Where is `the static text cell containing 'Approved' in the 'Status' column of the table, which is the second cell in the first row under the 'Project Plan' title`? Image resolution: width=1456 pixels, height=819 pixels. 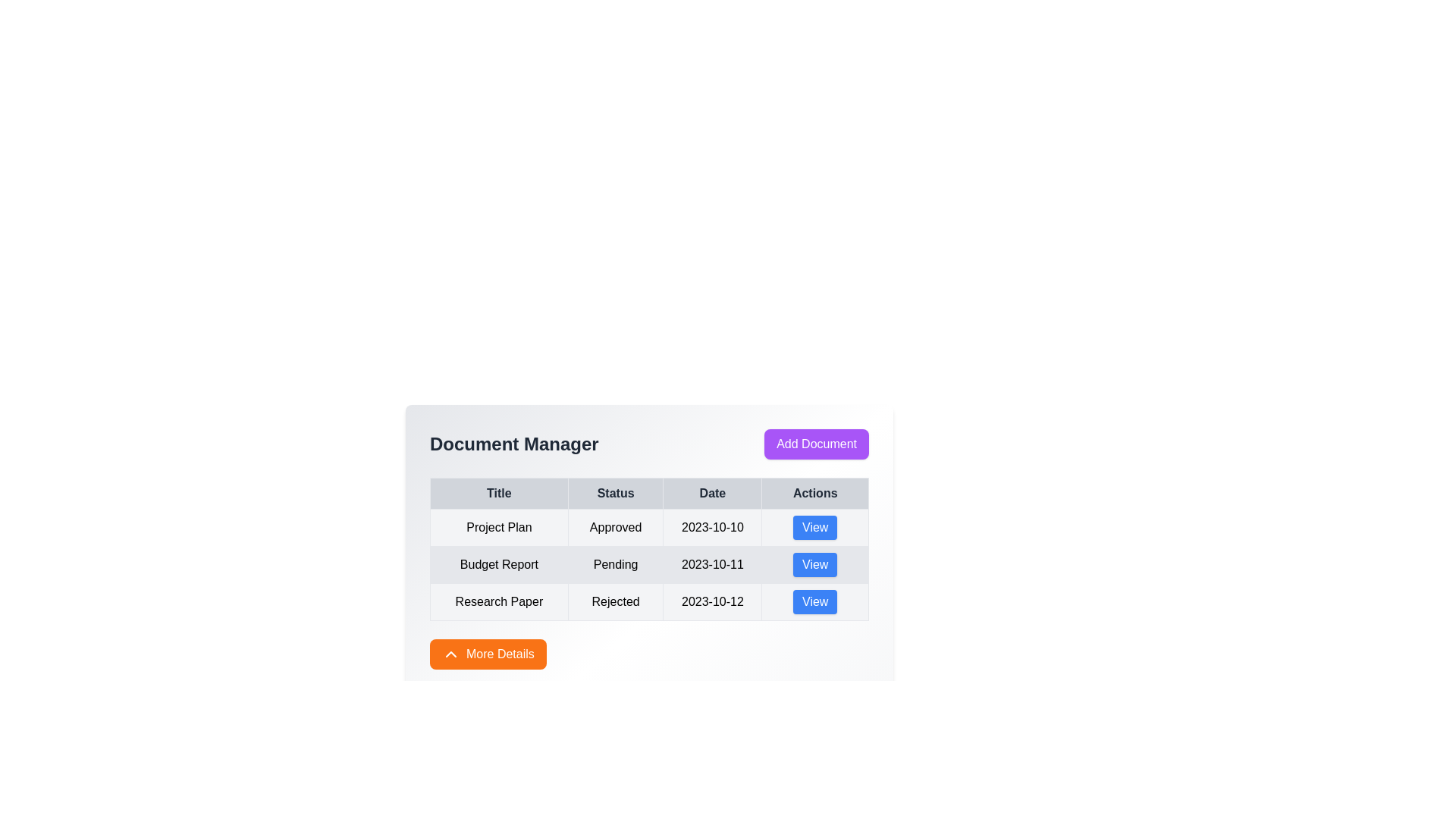
the static text cell containing 'Approved' in the 'Status' column of the table, which is the second cell in the first row under the 'Project Plan' title is located at coordinates (616, 526).